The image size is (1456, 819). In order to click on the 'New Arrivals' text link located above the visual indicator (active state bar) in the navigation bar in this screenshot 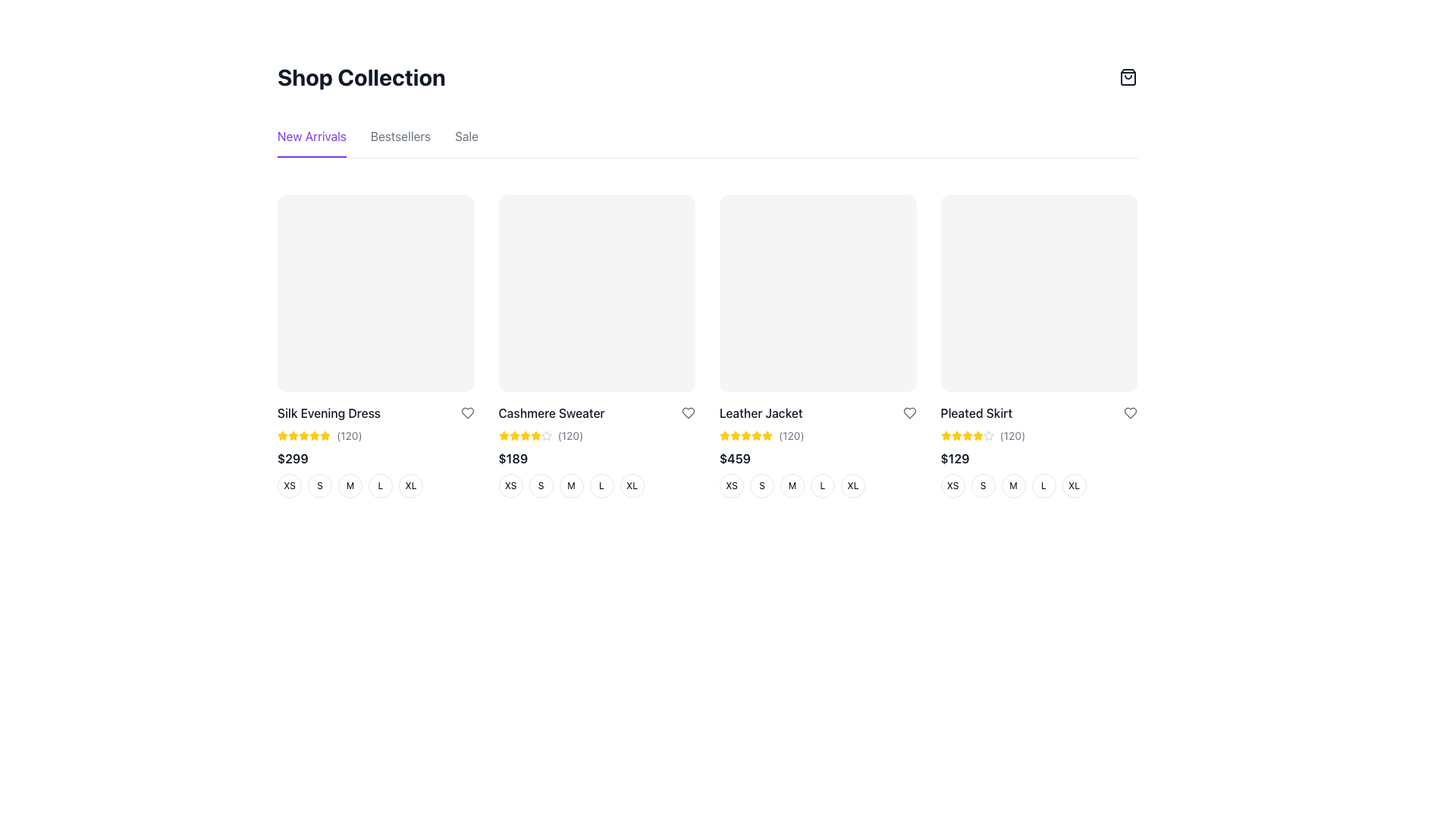, I will do `click(311, 157)`.